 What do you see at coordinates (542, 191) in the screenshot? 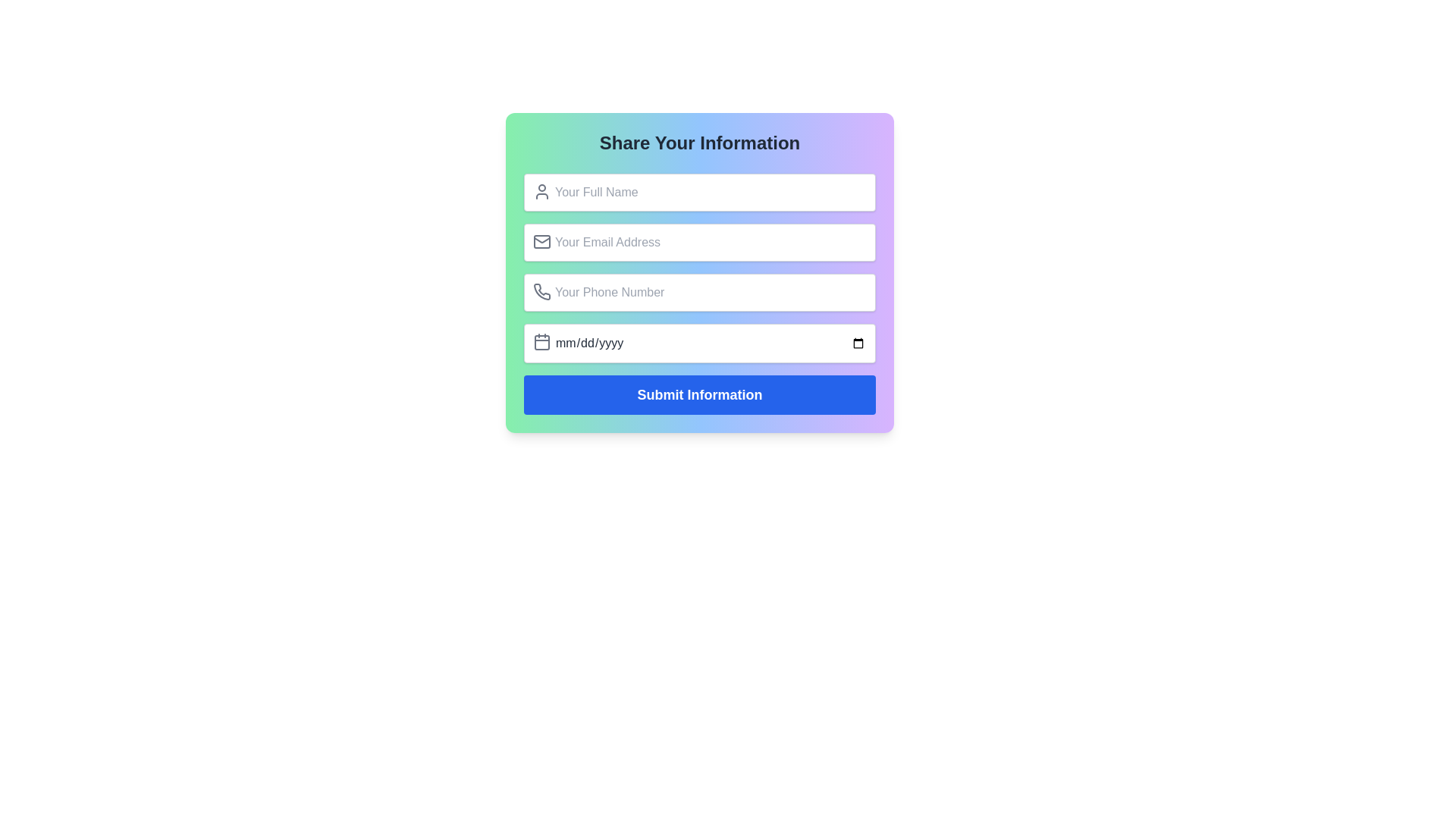
I see `the Decorative Icon located inside the 'Your Full Name' text input field, positioned to the left of the placeholder text` at bounding box center [542, 191].